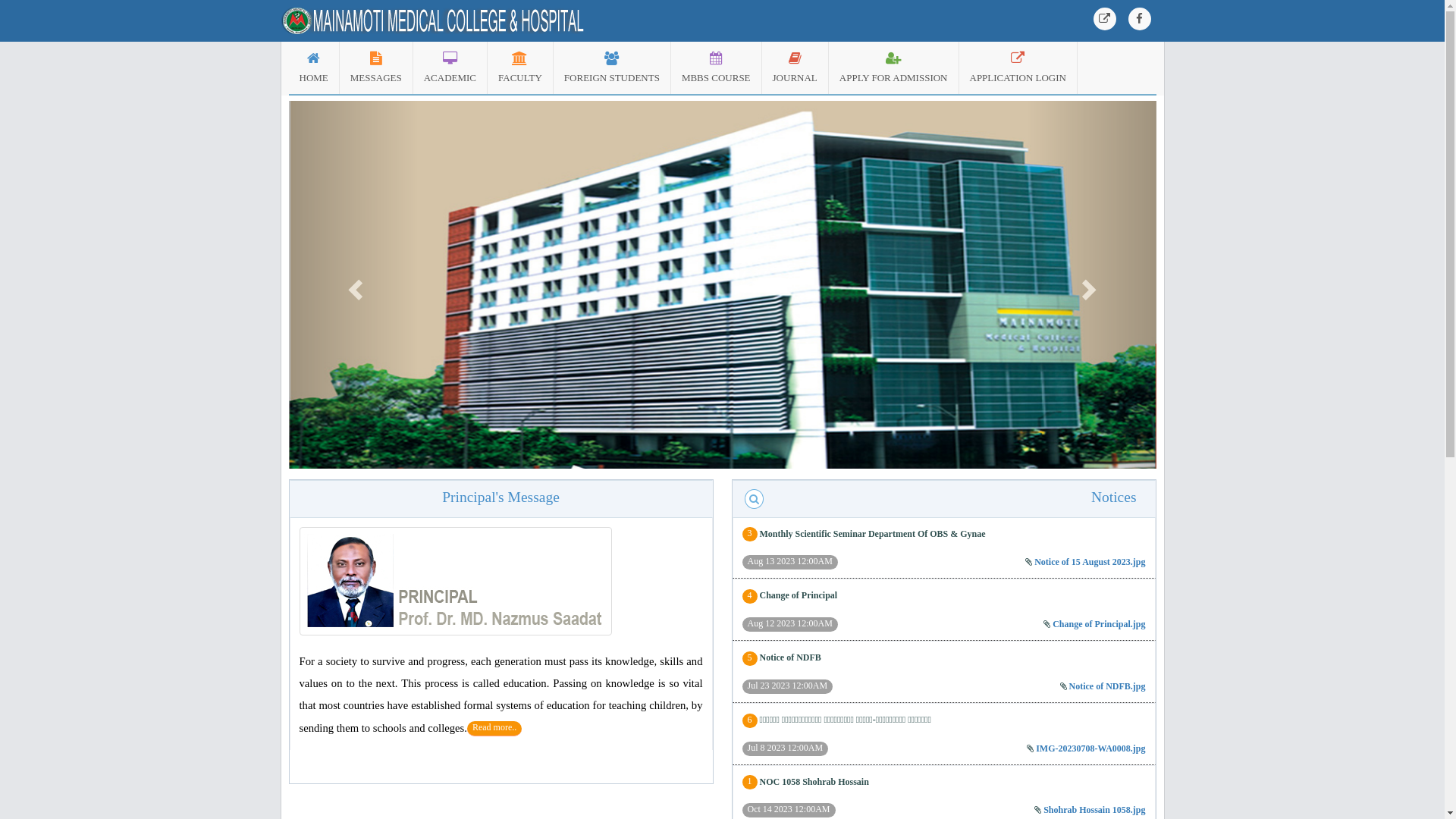 This screenshot has width=1456, height=819. What do you see at coordinates (670, 67) in the screenshot?
I see `'MBBS COURSE'` at bounding box center [670, 67].